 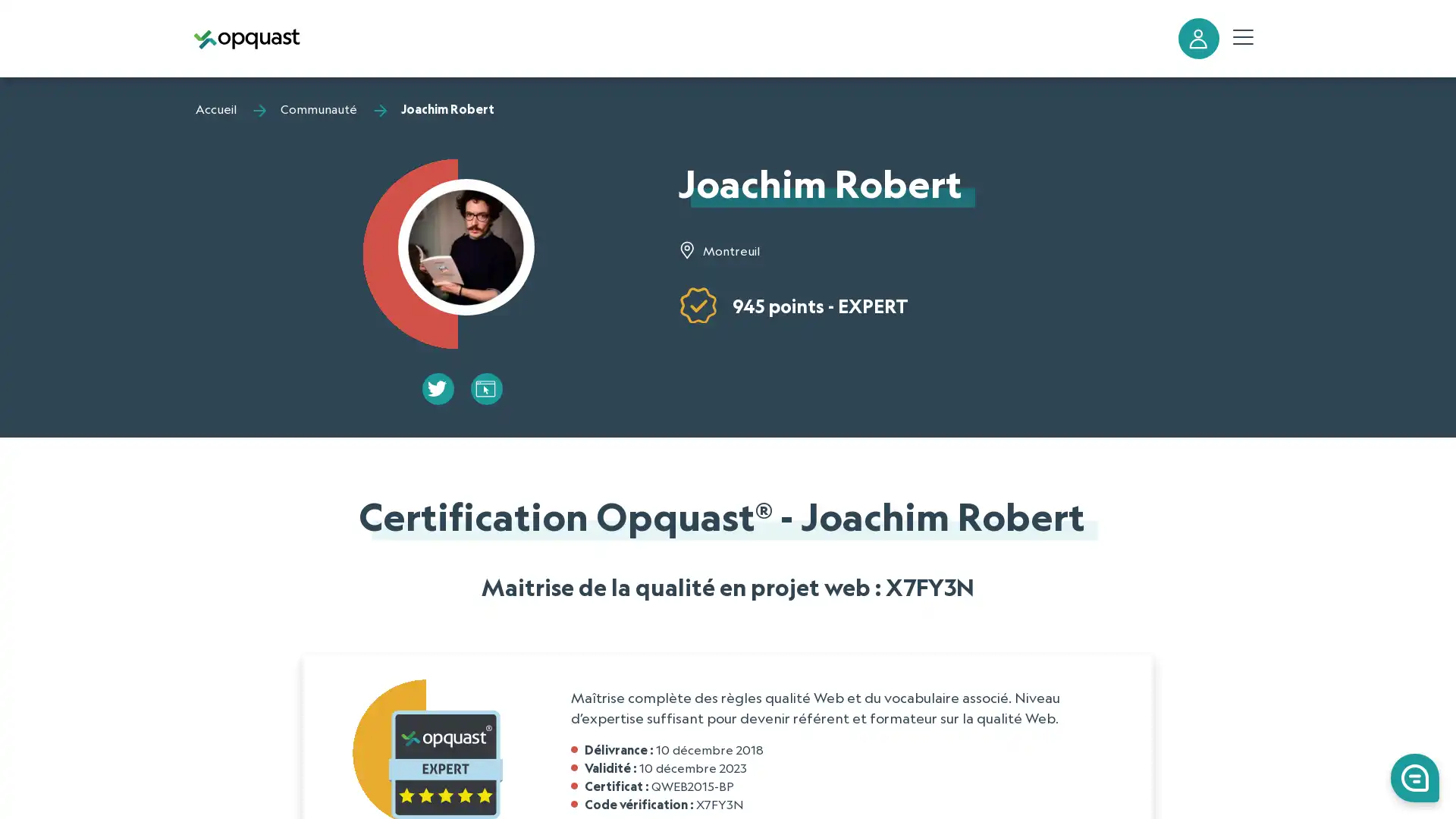 I want to click on Launch Front Chat, so click(x=1414, y=778).